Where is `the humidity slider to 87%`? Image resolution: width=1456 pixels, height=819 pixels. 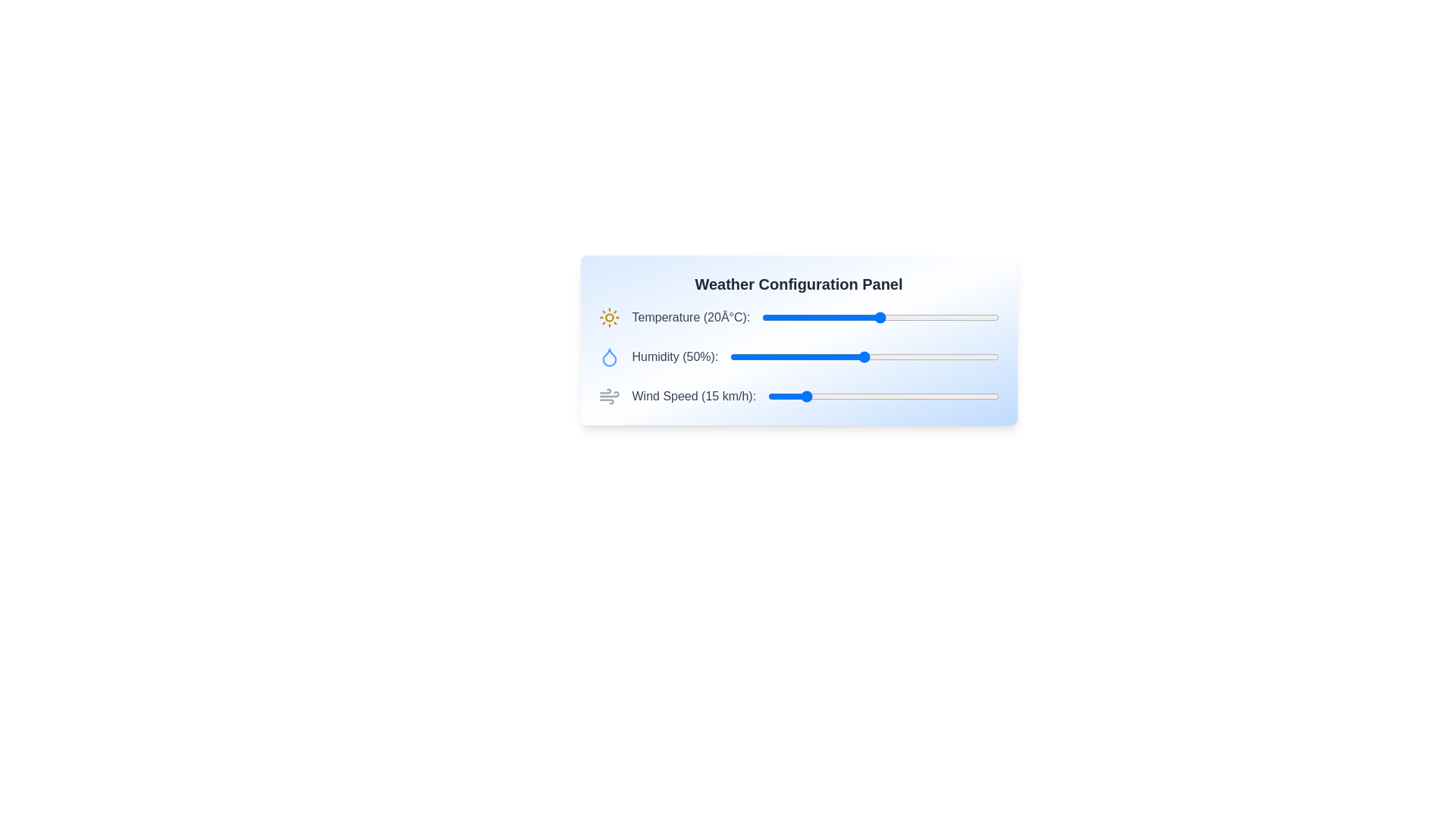
the humidity slider to 87% is located at coordinates (963, 356).